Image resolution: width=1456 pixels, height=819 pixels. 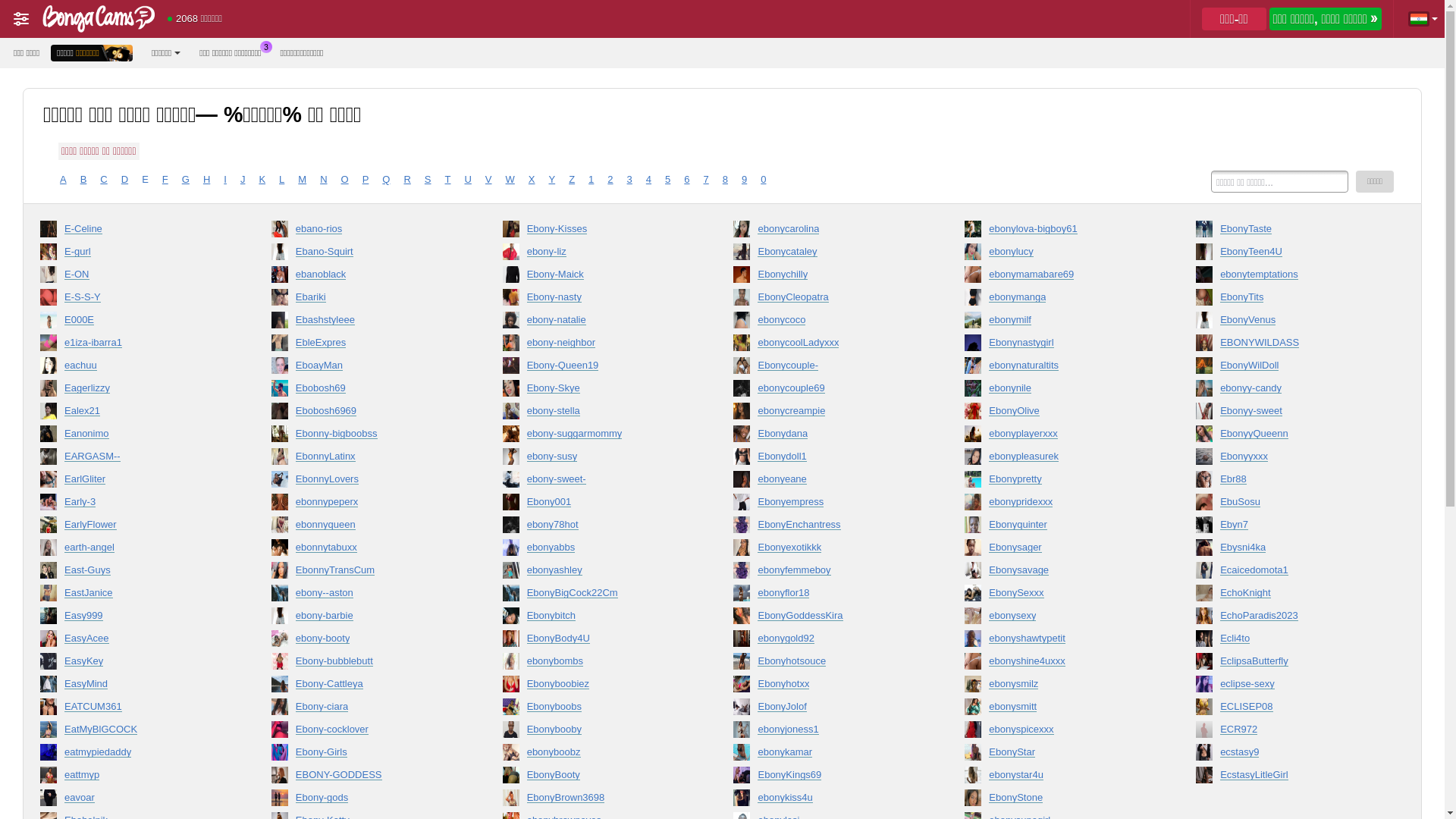 What do you see at coordinates (596, 231) in the screenshot?
I see `'Ebony-Kisses'` at bounding box center [596, 231].